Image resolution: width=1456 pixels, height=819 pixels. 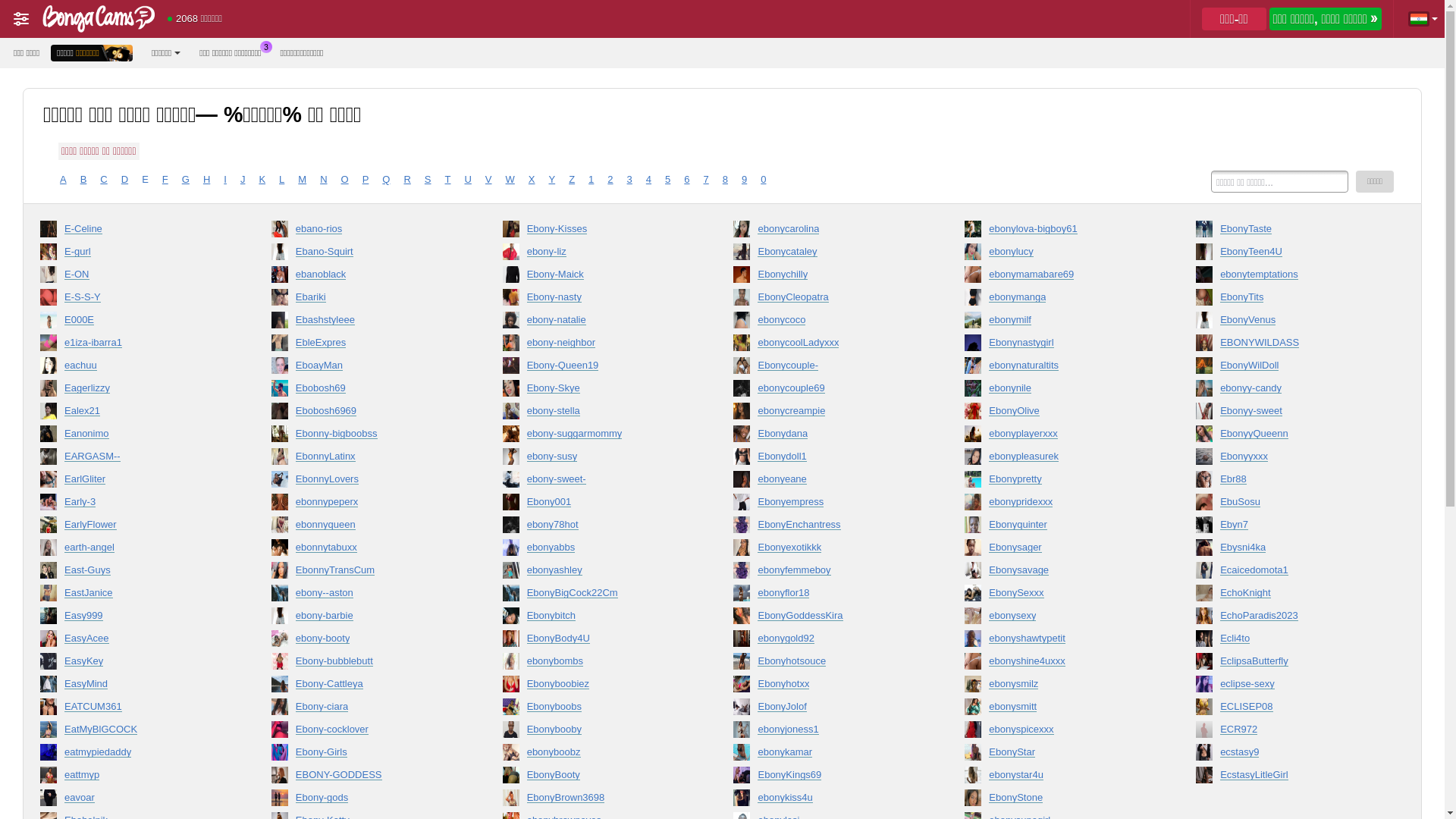 What do you see at coordinates (596, 231) in the screenshot?
I see `'Ebony-Kisses'` at bounding box center [596, 231].